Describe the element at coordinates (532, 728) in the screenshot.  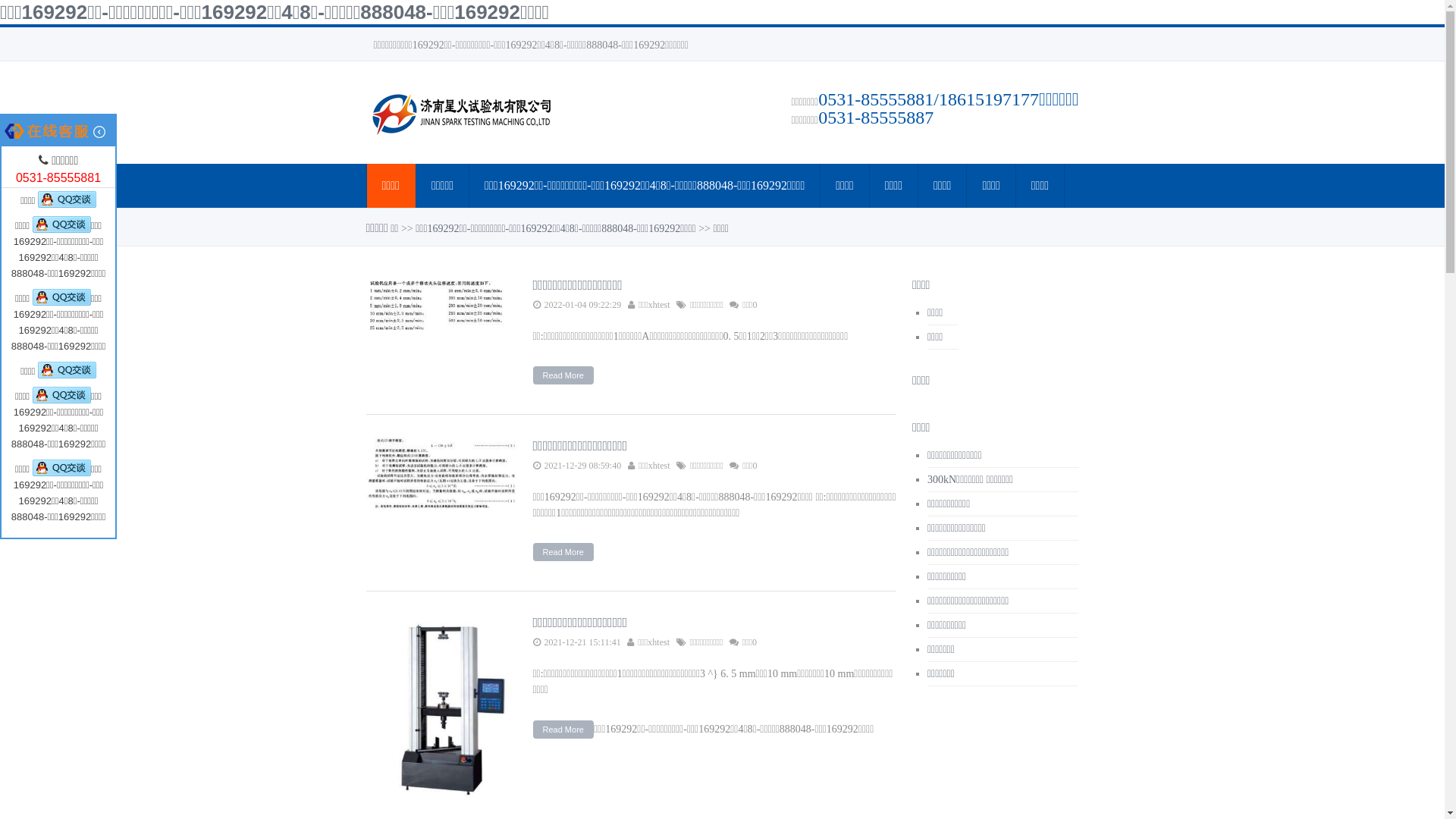
I see `'Read More'` at that location.